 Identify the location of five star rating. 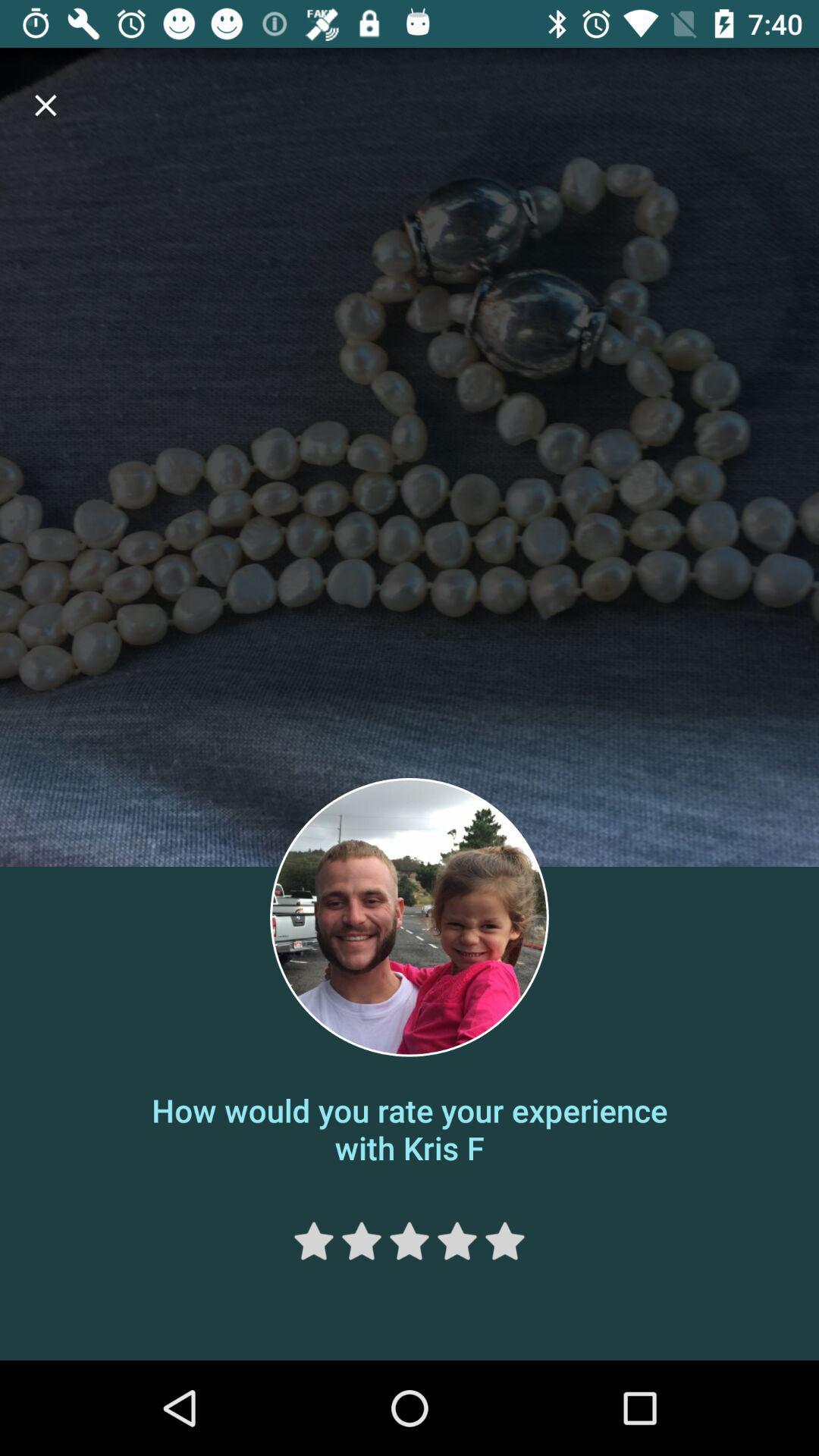
(505, 1241).